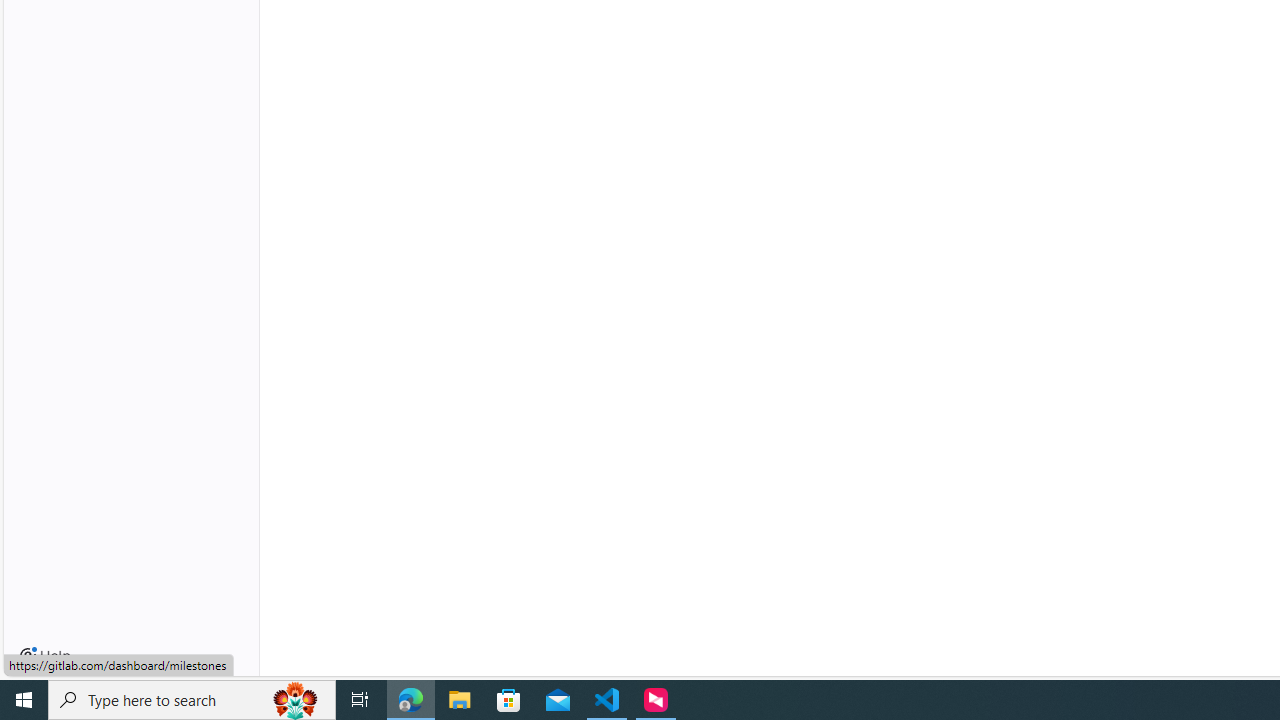  I want to click on 'Help', so click(45, 655).